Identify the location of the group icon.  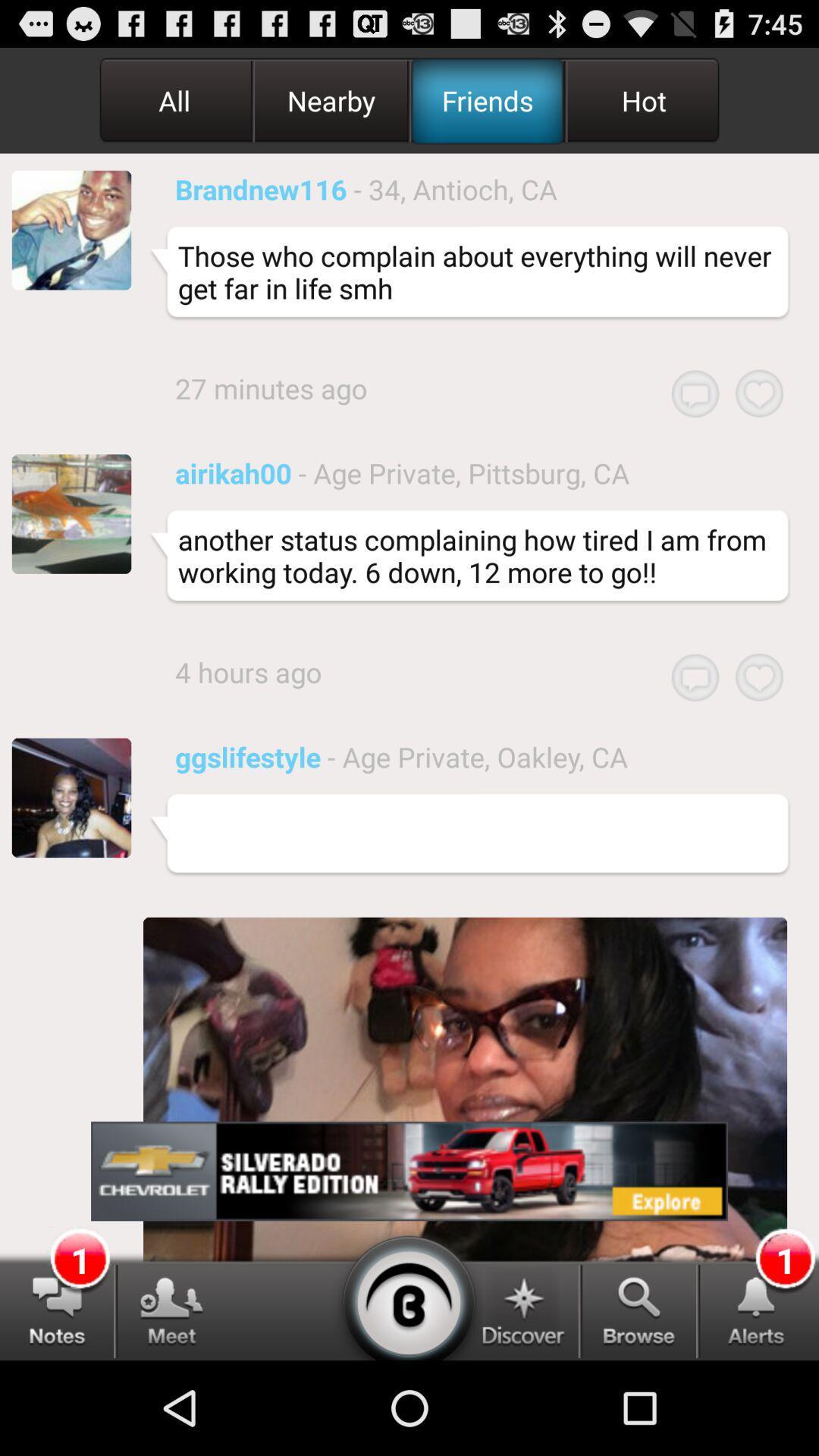
(174, 1401).